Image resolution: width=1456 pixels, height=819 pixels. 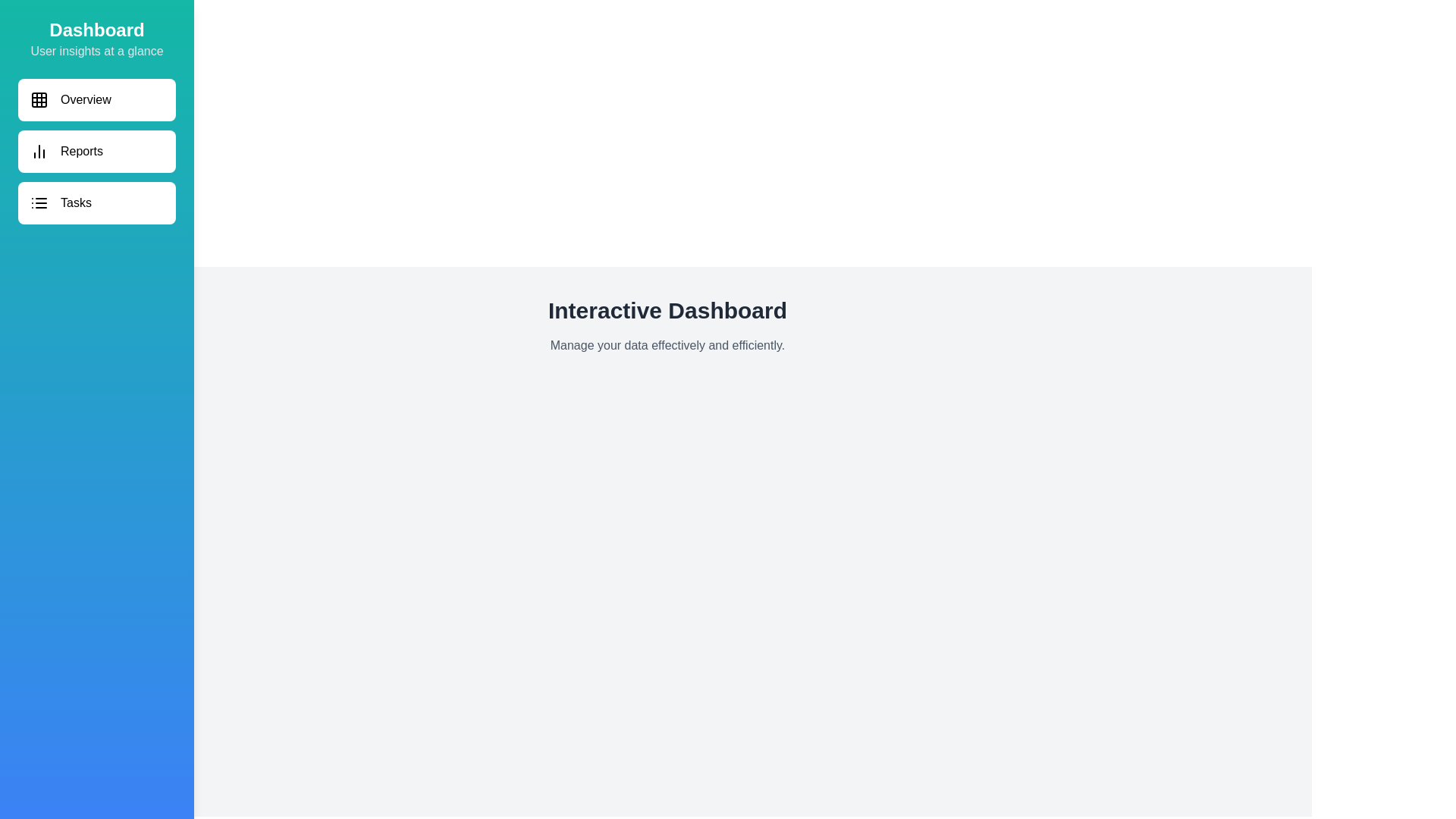 I want to click on the navigation item Tasks to navigate to the corresponding section, so click(x=96, y=202).